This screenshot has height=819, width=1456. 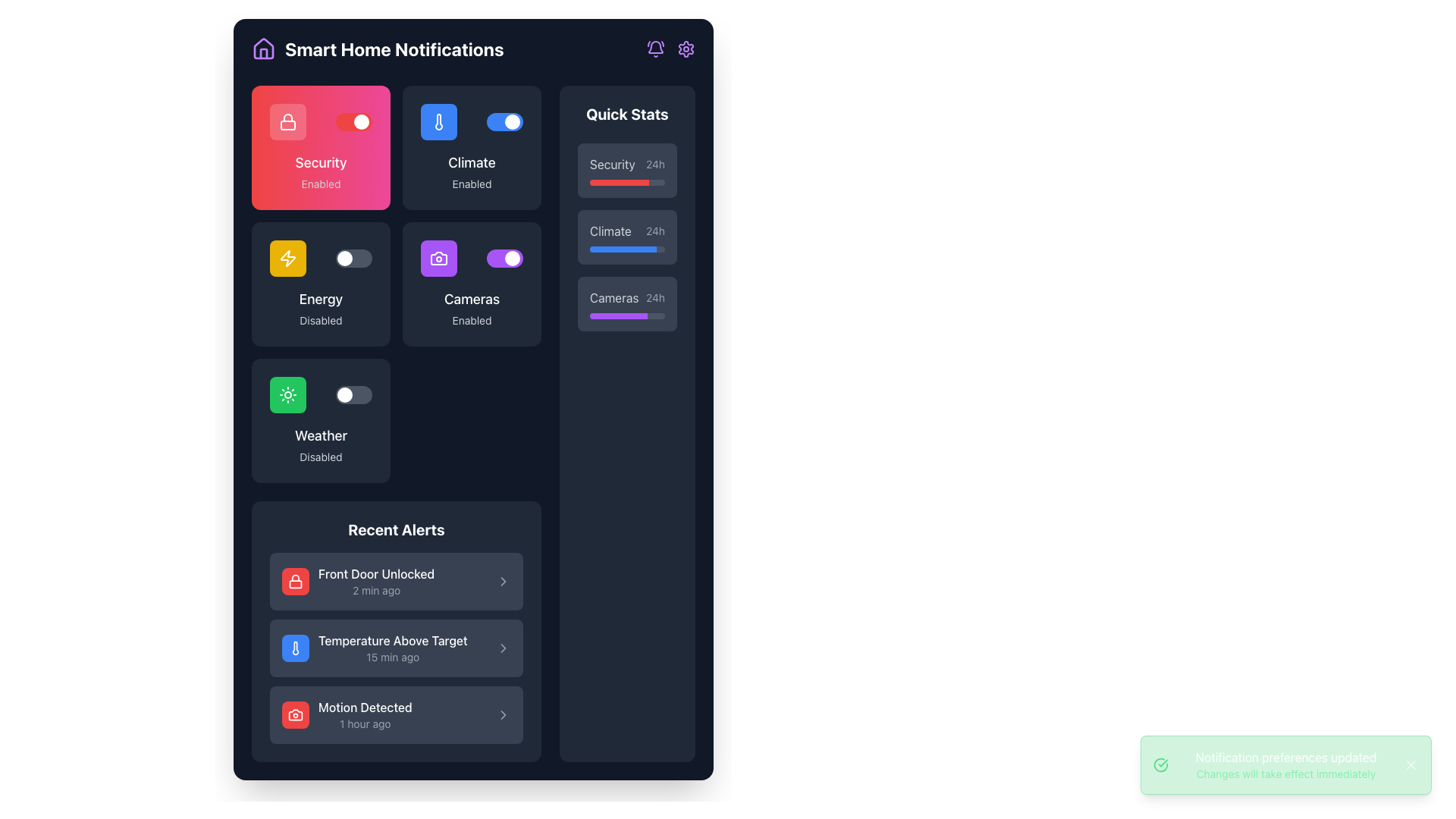 I want to click on the 'Energy' icon in the smart home notifications panel, located in the first column, second row of the grid, so click(x=287, y=257).